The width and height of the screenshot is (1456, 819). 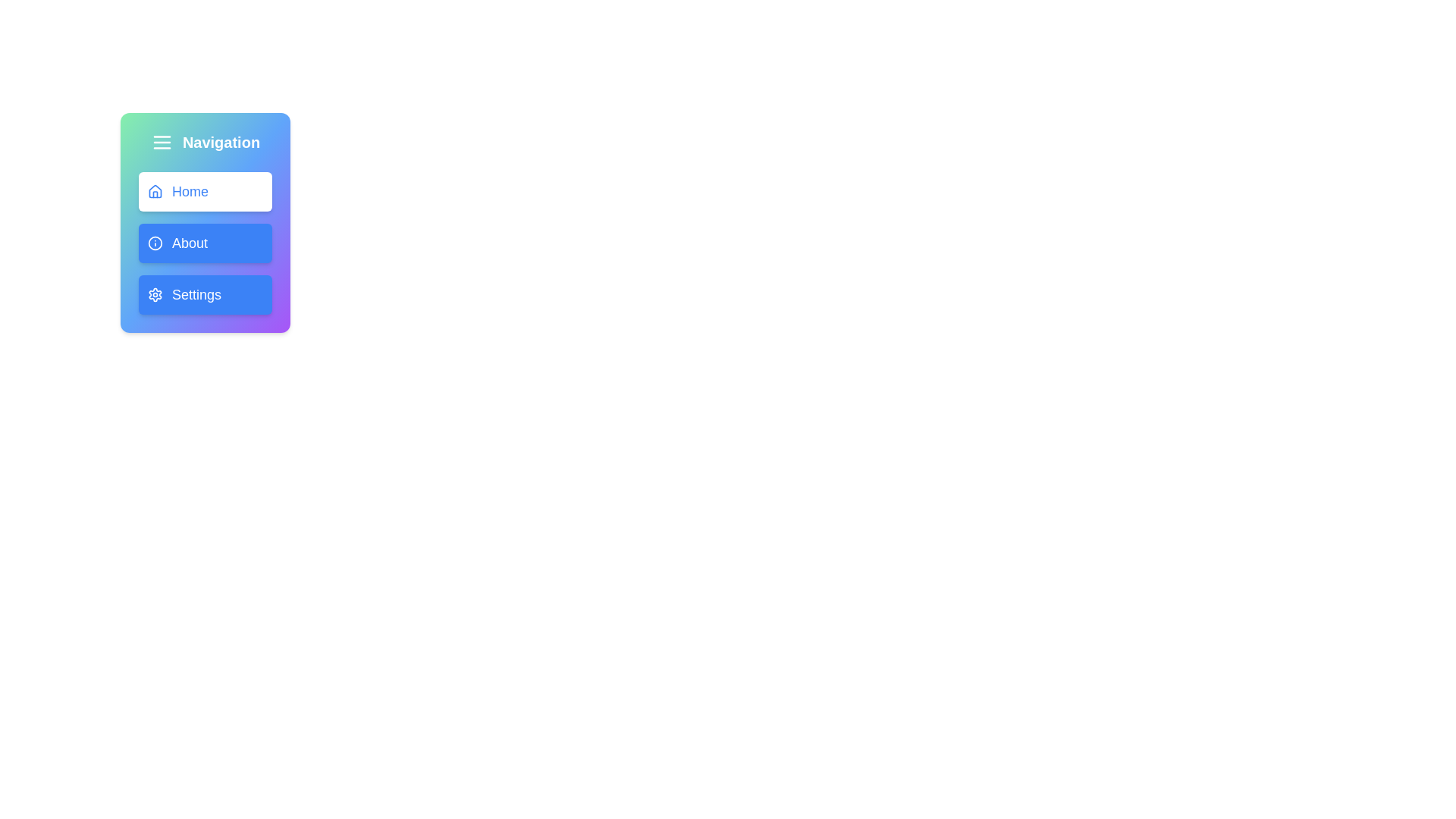 What do you see at coordinates (155, 295) in the screenshot?
I see `the gear icon inside the 'Settings' button, which is the third option in the vertical menu` at bounding box center [155, 295].